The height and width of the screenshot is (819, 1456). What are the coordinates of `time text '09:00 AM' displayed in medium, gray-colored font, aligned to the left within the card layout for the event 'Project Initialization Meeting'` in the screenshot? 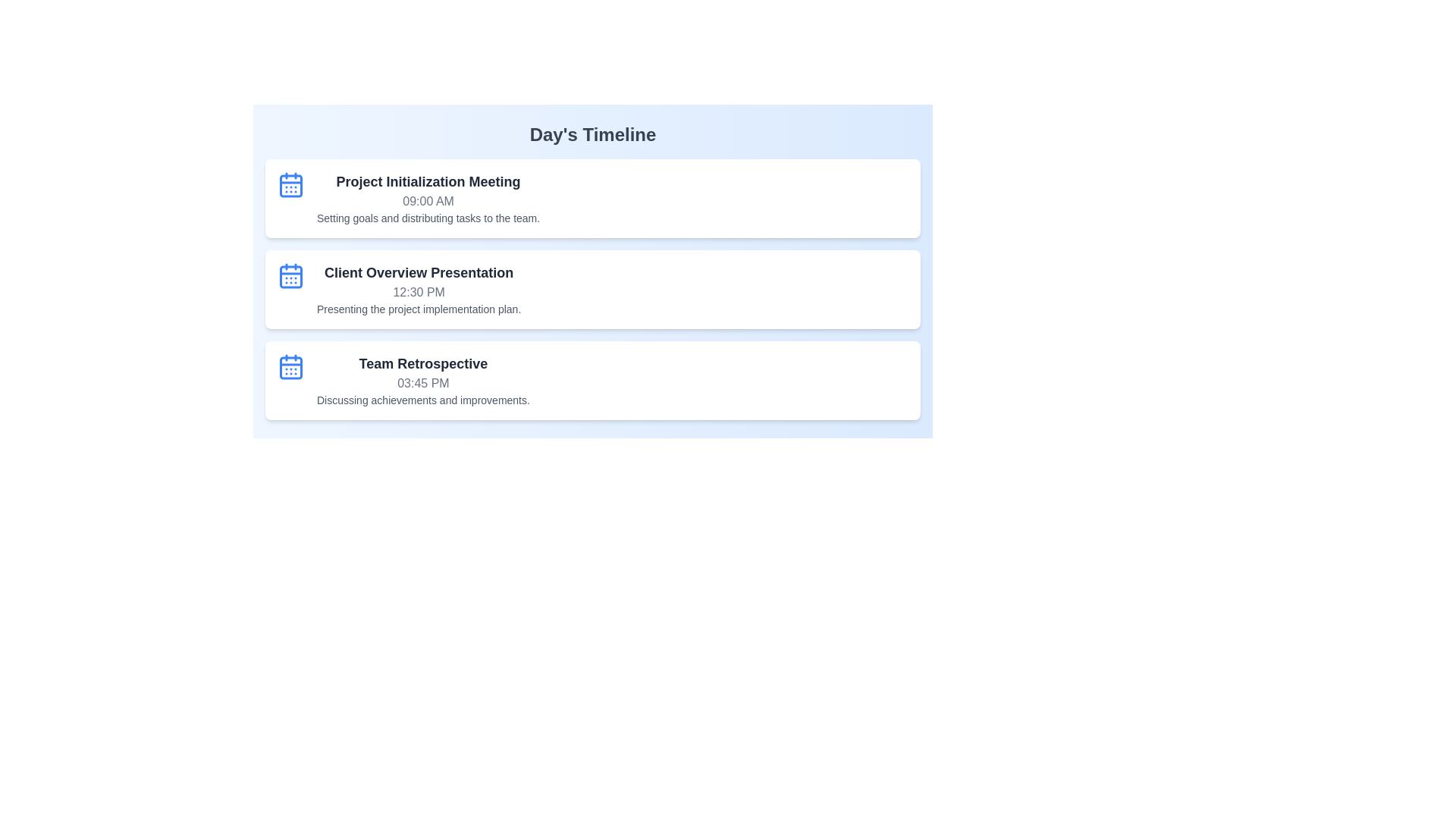 It's located at (428, 201).